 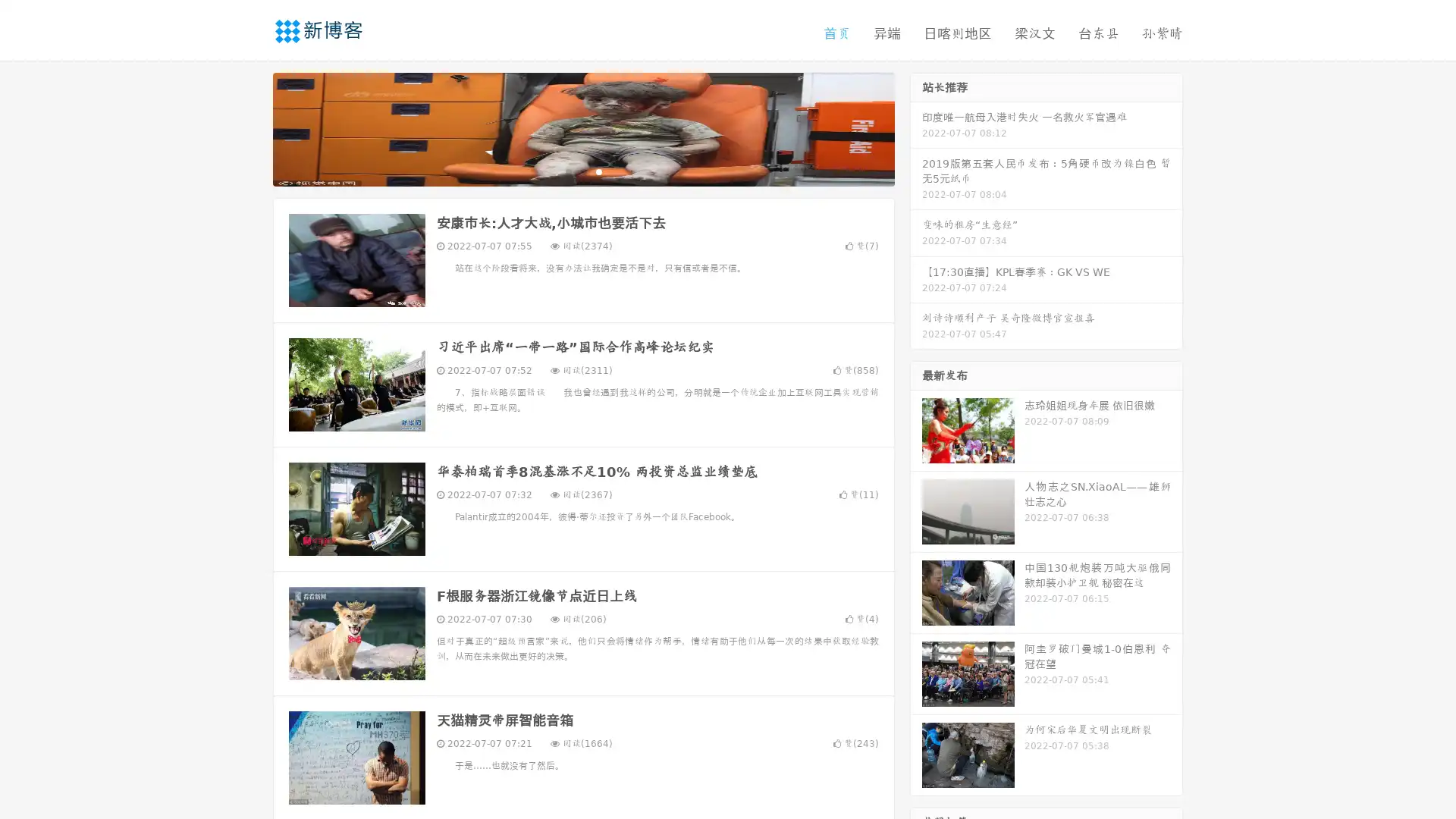 What do you see at coordinates (250, 127) in the screenshot?
I see `Previous slide` at bounding box center [250, 127].